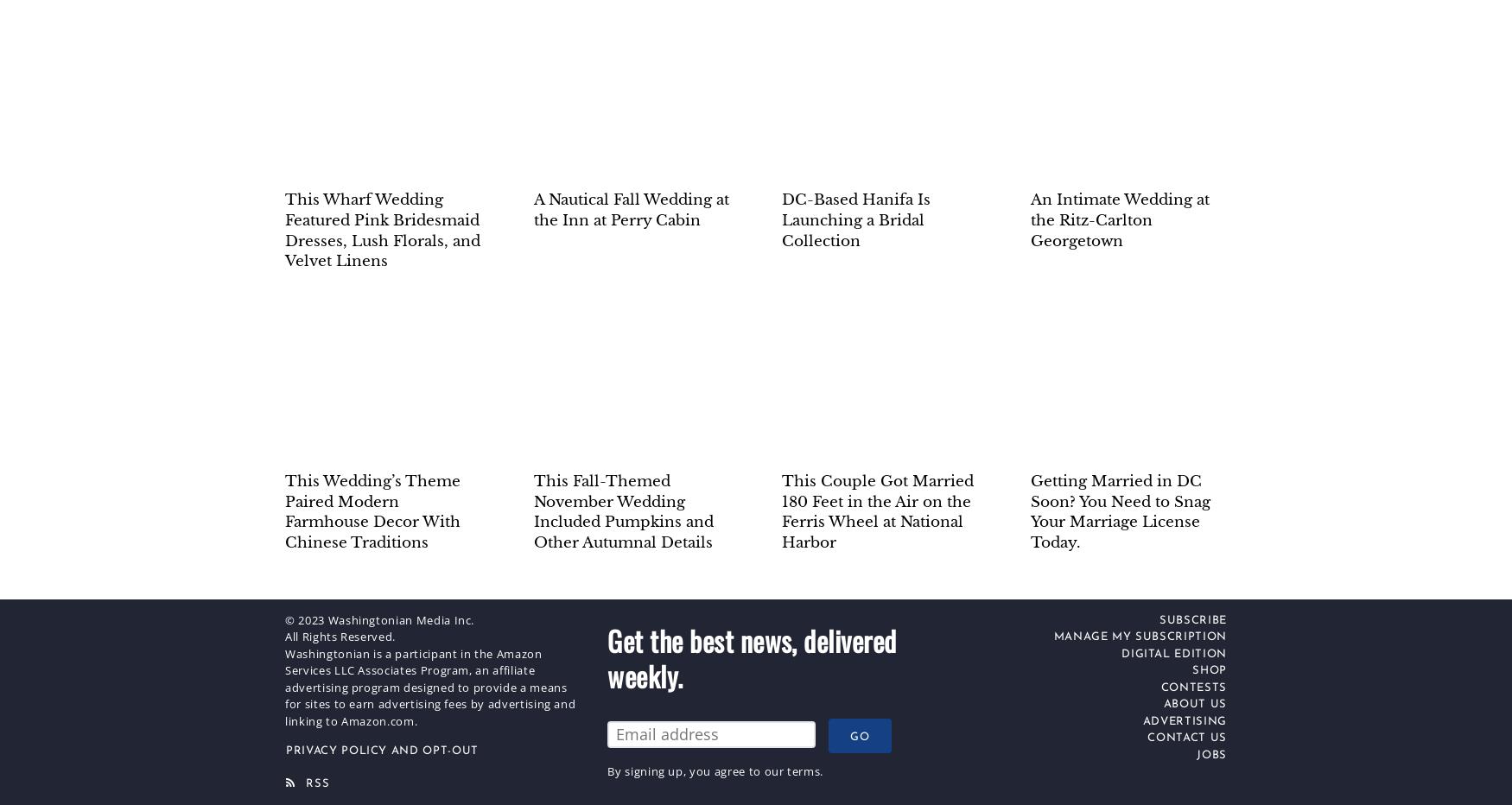  Describe the element at coordinates (379, 618) in the screenshot. I see `'© 2023 Washingtonian Media Inc.'` at that location.